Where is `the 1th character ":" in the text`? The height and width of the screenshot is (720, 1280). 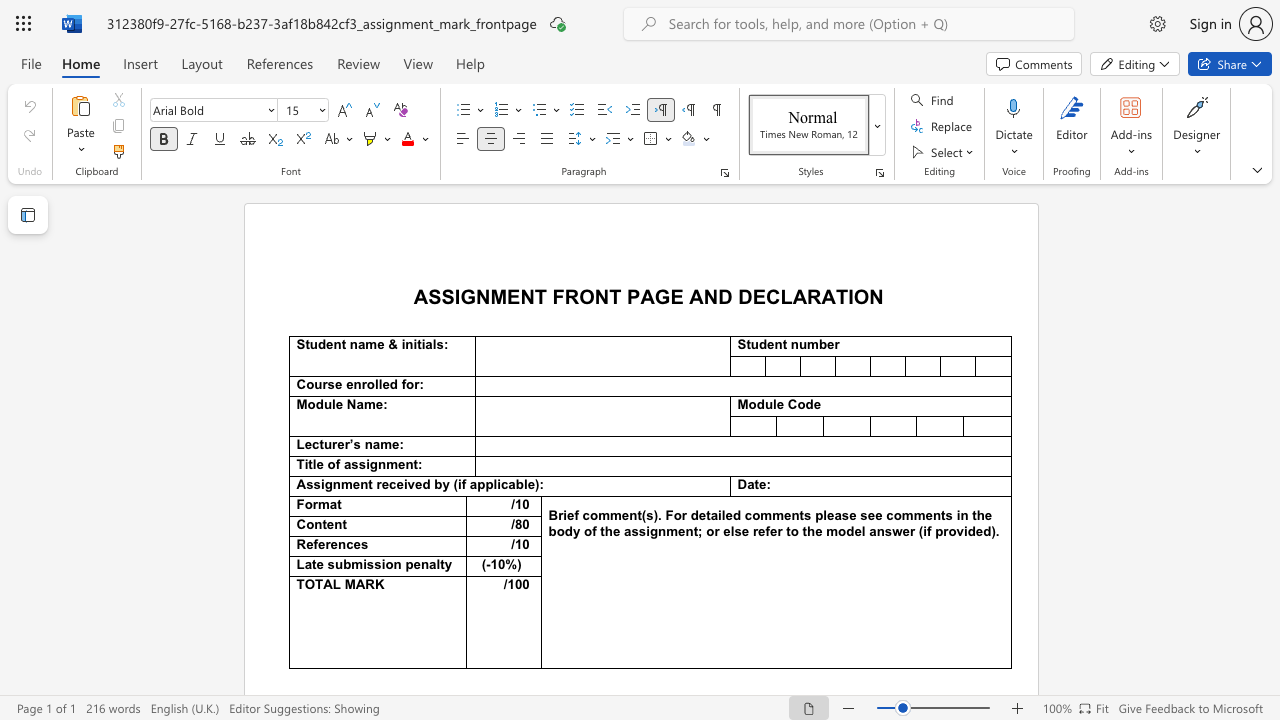 the 1th character ":" in the text is located at coordinates (420, 384).